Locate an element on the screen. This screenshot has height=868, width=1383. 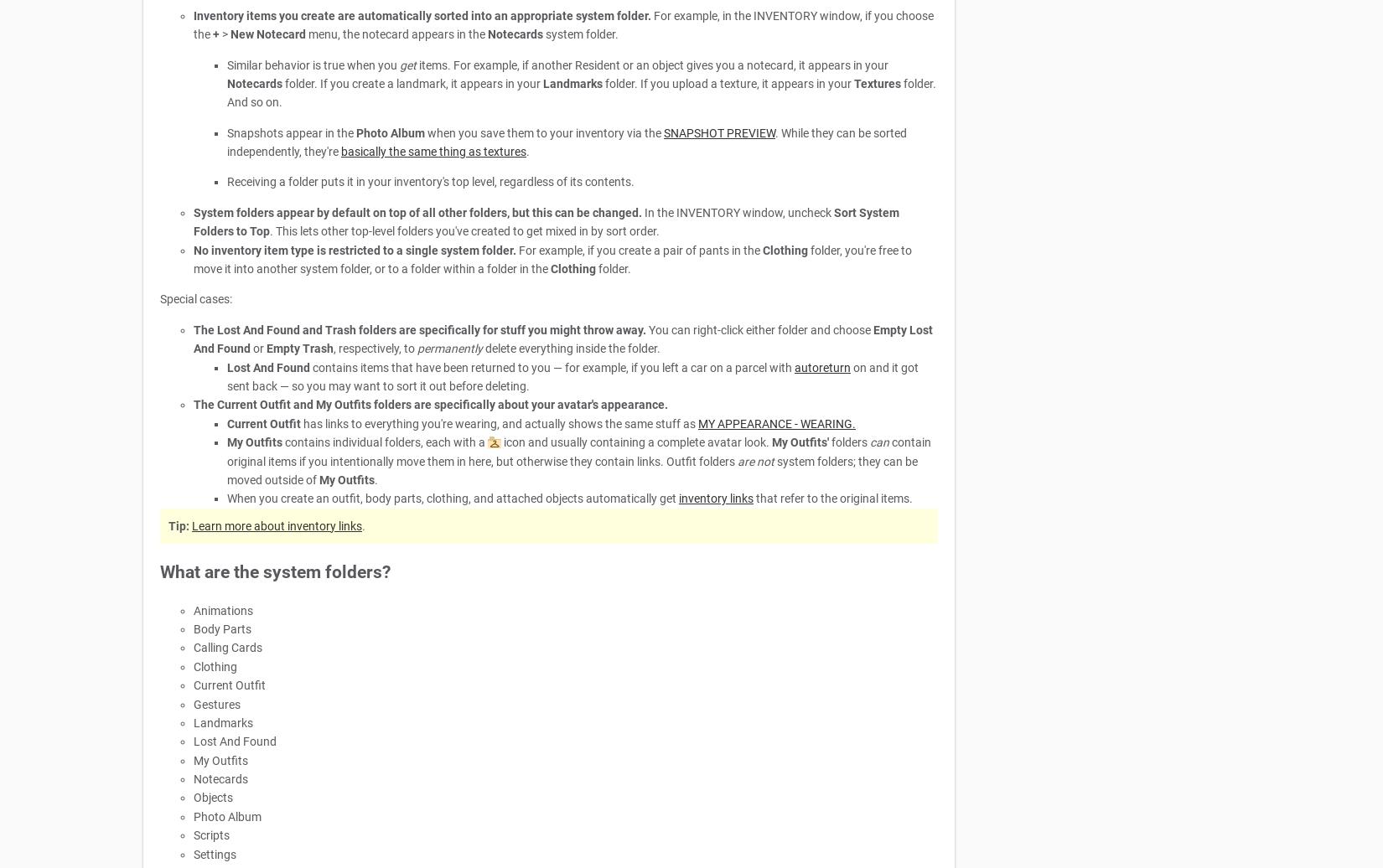
'contain original items if you intentionally move them in here, but otherwise they contain links. Outfit folders' is located at coordinates (578, 452).